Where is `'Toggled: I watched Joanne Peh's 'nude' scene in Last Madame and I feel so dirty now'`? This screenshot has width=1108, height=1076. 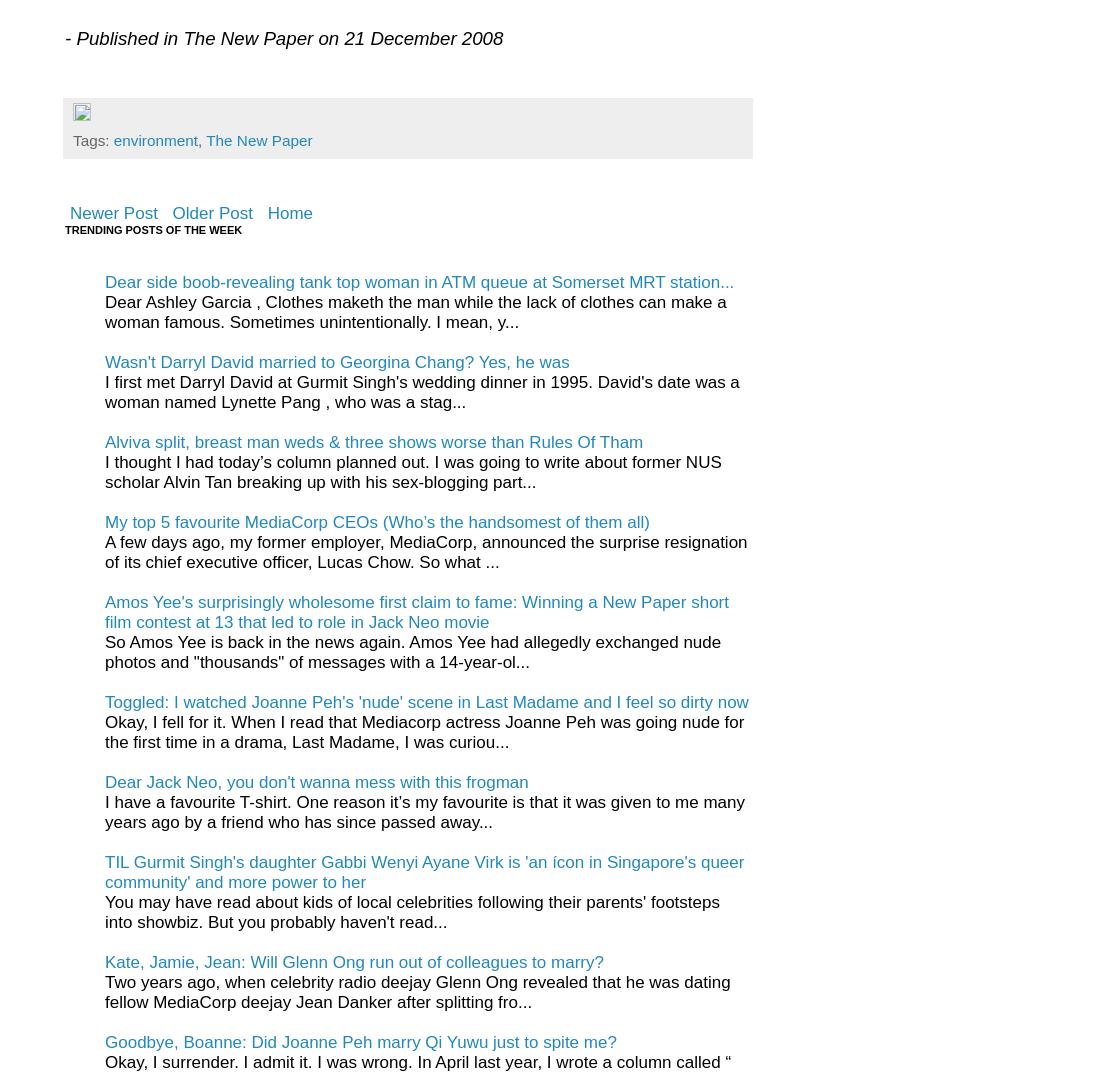
'Toggled: I watched Joanne Peh's 'nude' scene in Last Madame and I feel so dirty now' is located at coordinates (425, 702).